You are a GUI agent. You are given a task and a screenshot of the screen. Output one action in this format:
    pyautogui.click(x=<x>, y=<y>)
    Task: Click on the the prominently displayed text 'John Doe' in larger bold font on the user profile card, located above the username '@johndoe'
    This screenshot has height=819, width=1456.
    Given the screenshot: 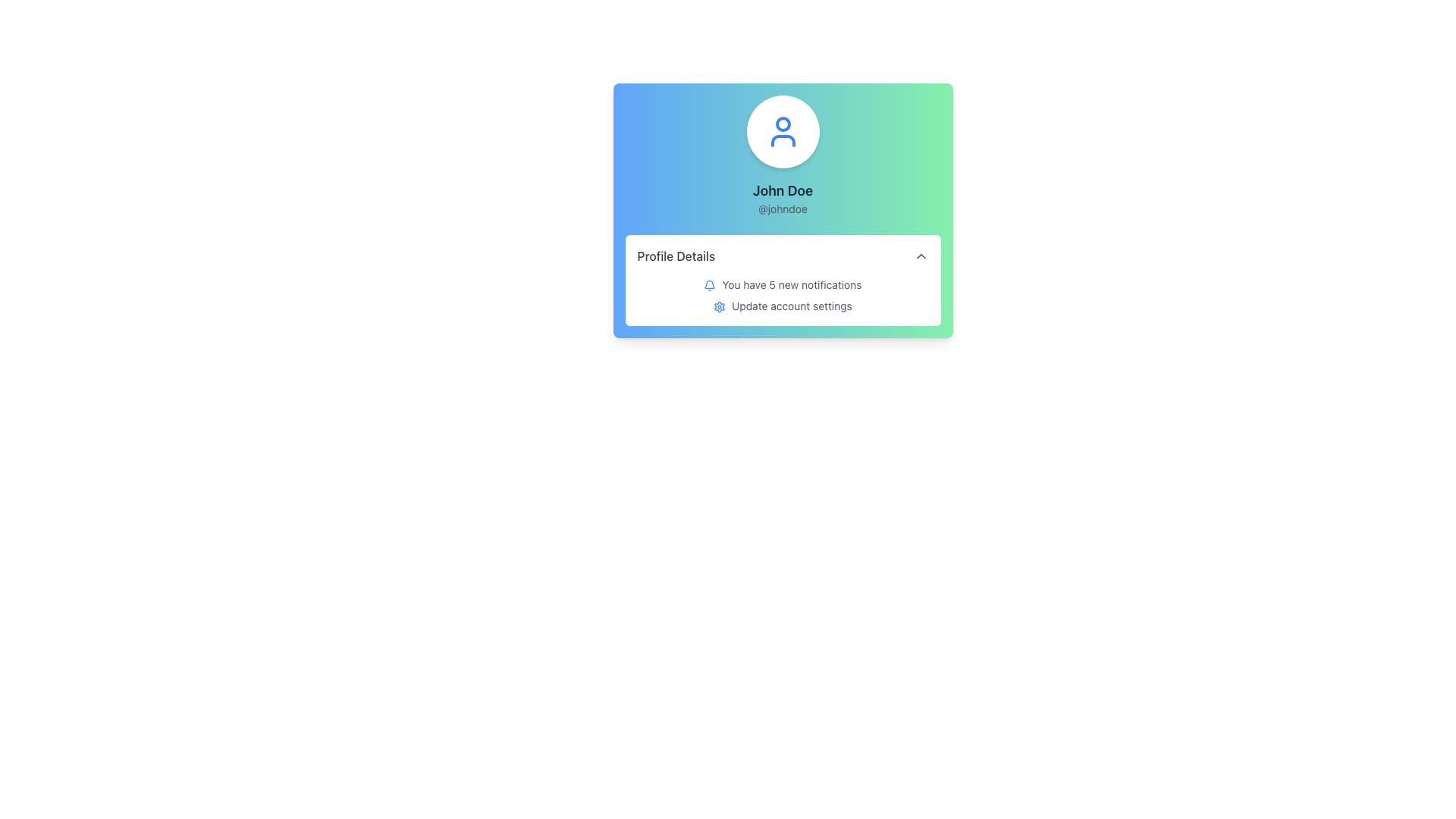 What is the action you would take?
    pyautogui.click(x=783, y=190)
    